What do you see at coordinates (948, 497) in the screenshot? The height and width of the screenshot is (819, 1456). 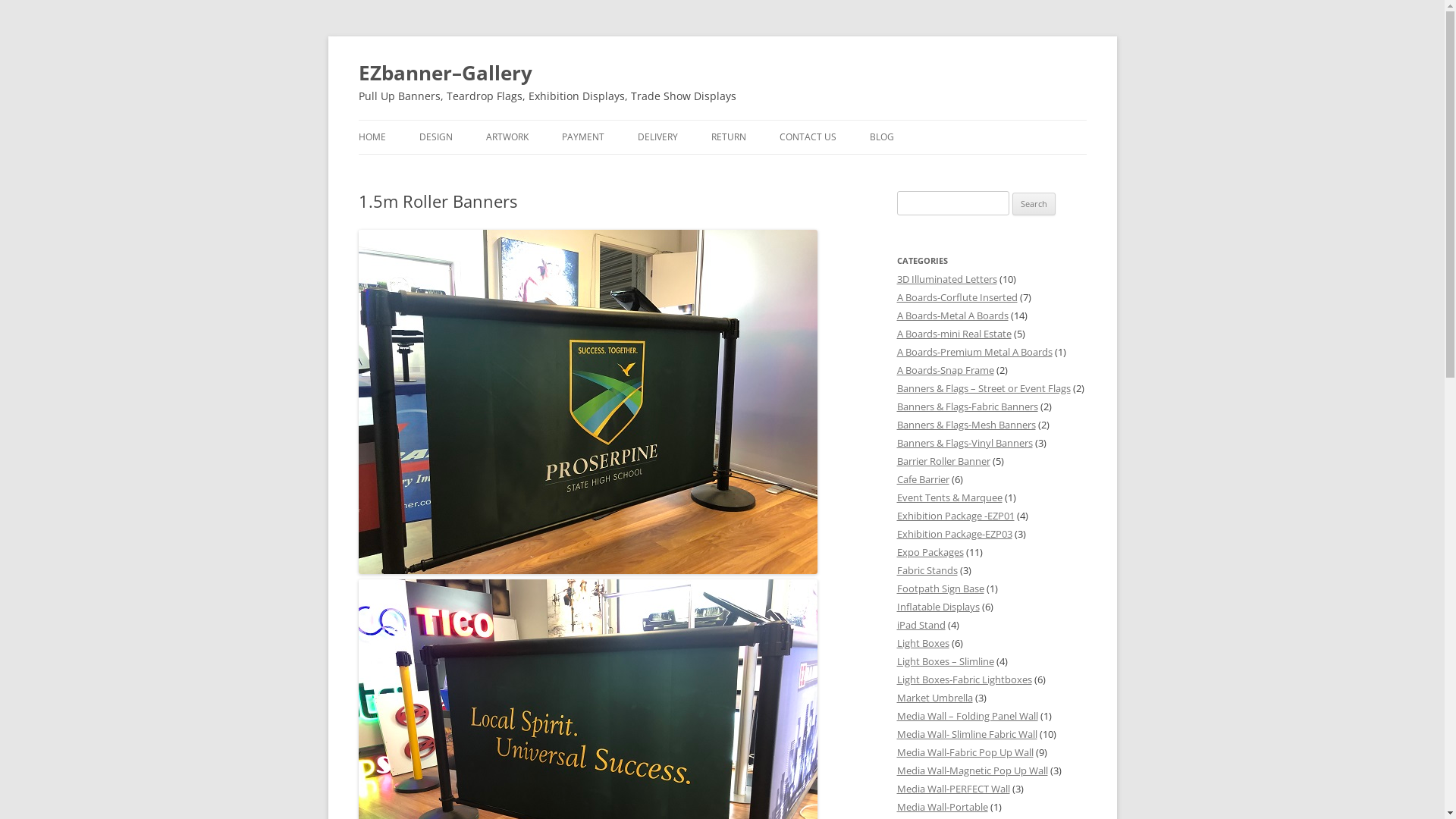 I see `'Event Tents & Marquee'` at bounding box center [948, 497].